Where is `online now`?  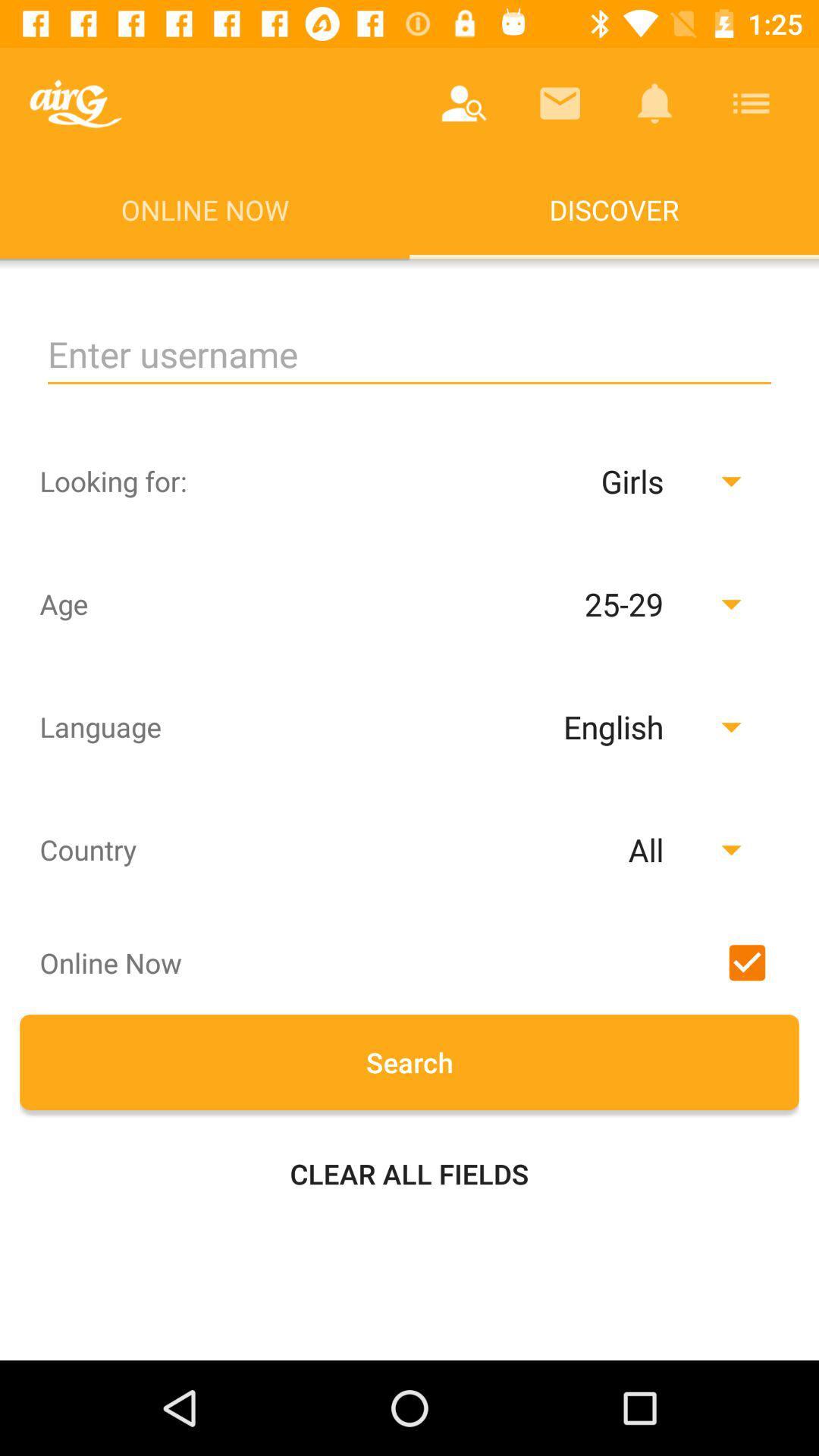
online now is located at coordinates (746, 962).